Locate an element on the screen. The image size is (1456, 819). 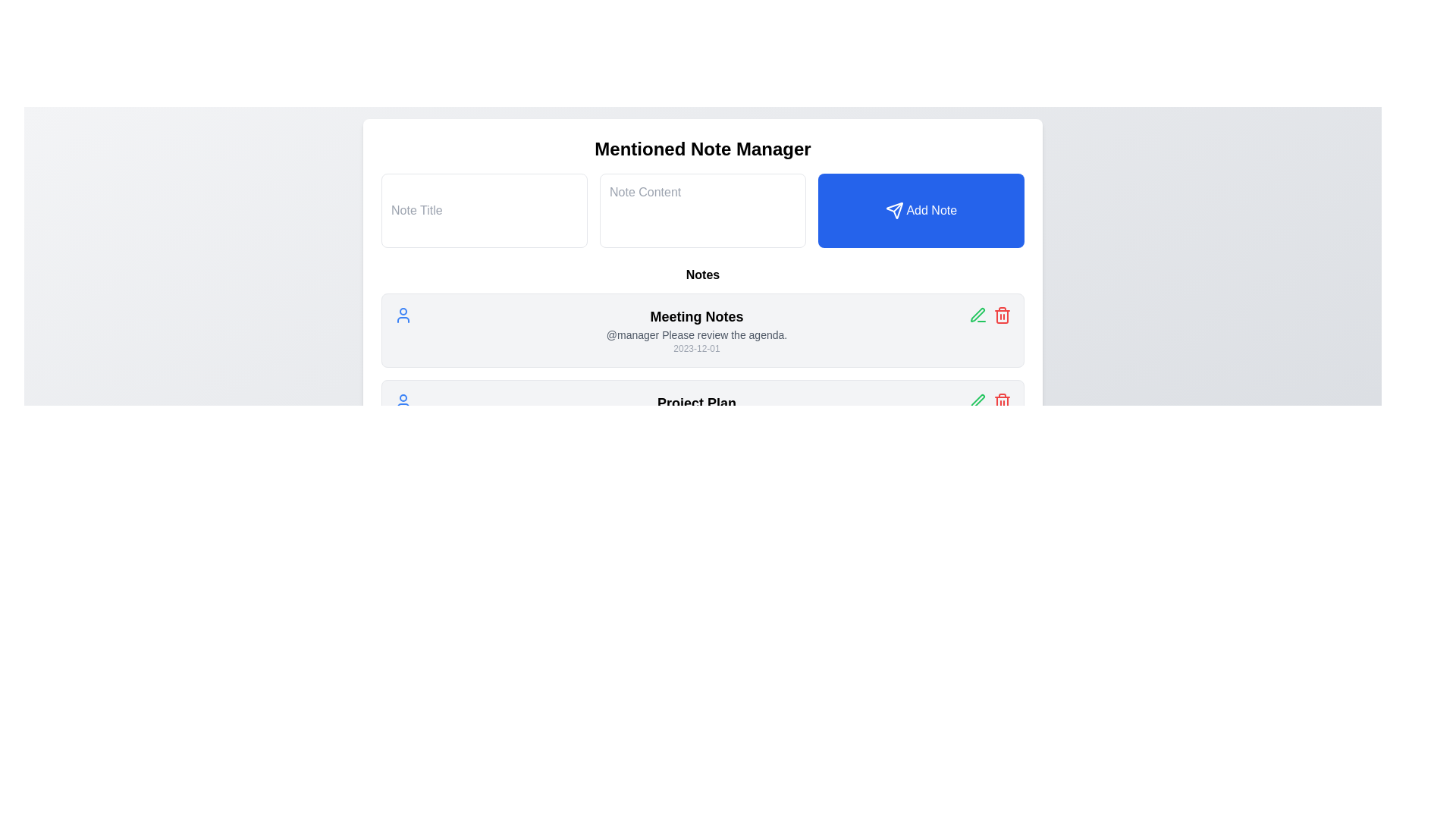
the 'Add Note' button, which is a rectangular button with rounded corners, a vivid blue background, and white text, located in the top right of the layout is located at coordinates (920, 210).